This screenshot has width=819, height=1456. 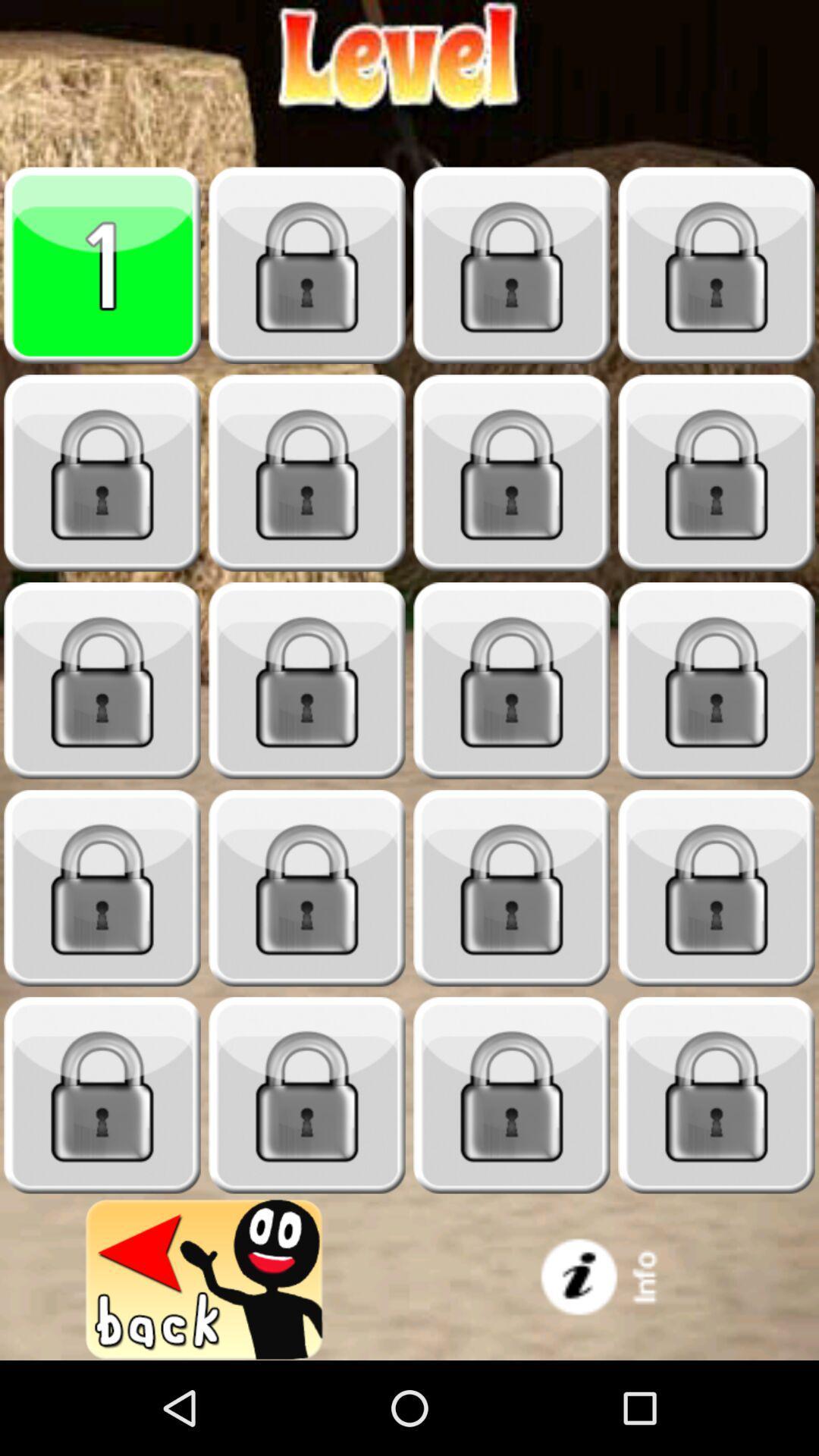 I want to click on key button, so click(x=307, y=265).